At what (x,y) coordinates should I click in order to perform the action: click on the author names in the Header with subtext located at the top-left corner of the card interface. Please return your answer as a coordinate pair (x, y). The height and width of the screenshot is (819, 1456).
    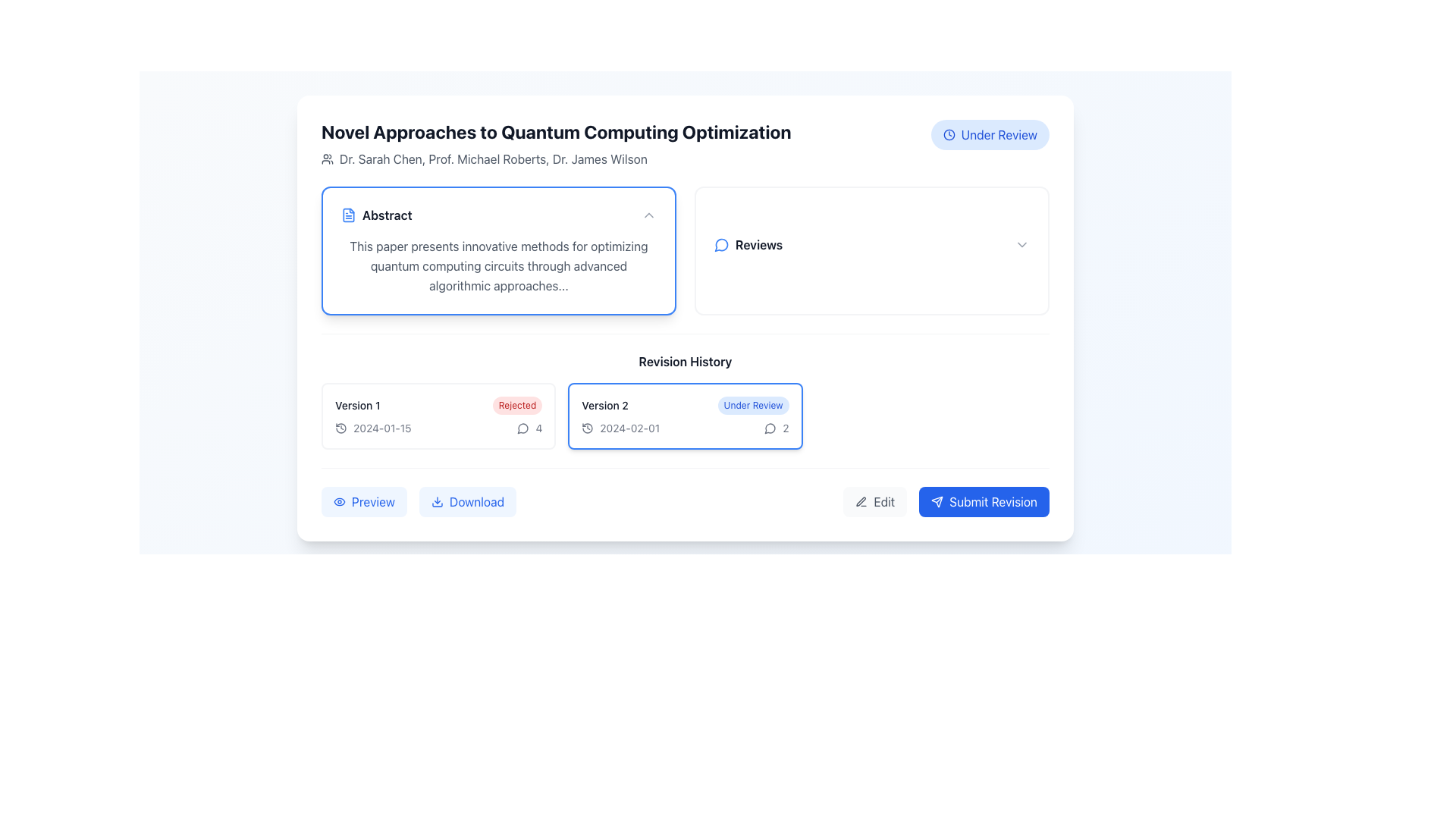
    Looking at the image, I should click on (555, 143).